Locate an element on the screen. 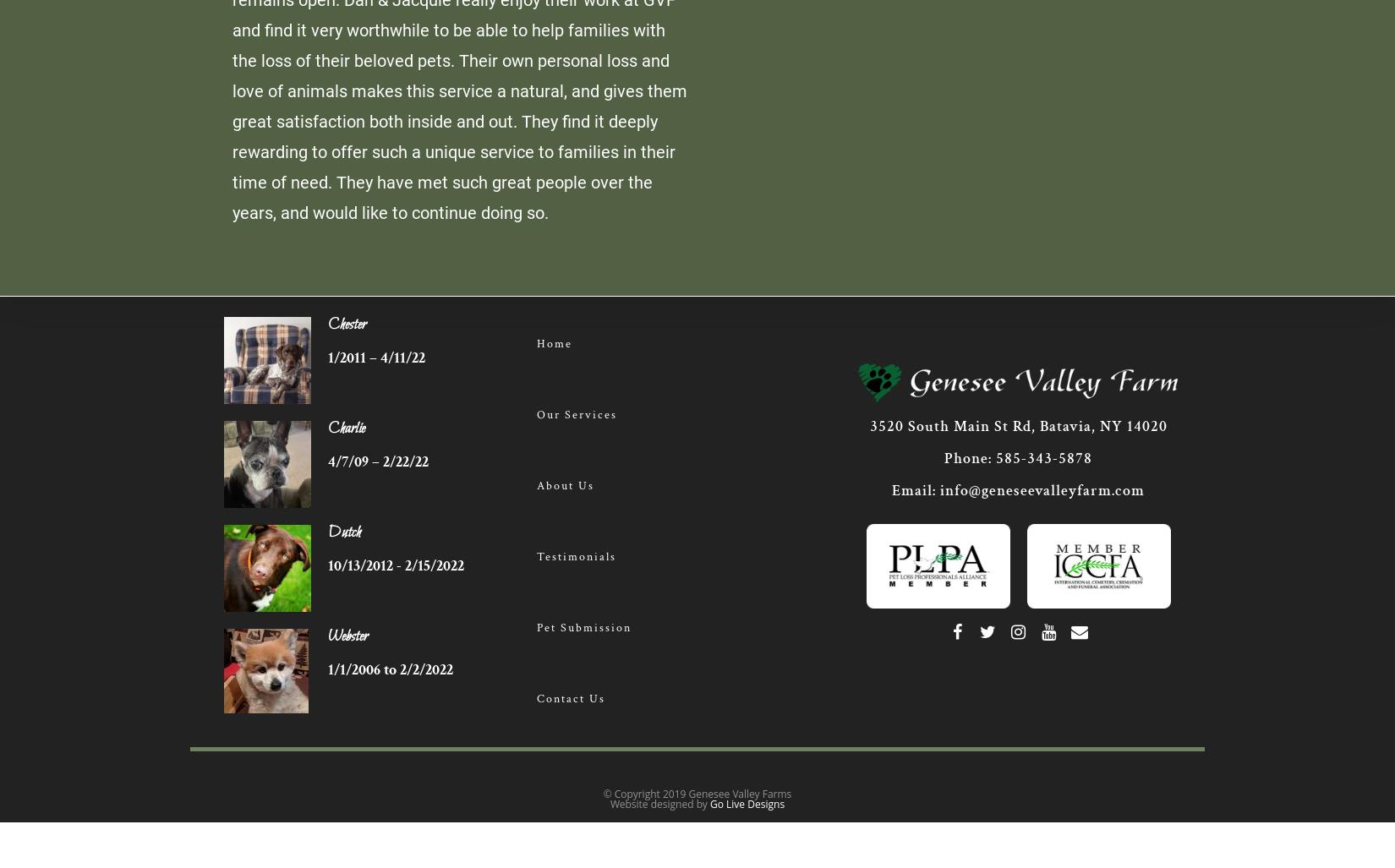  'Website designed by' is located at coordinates (609, 804).